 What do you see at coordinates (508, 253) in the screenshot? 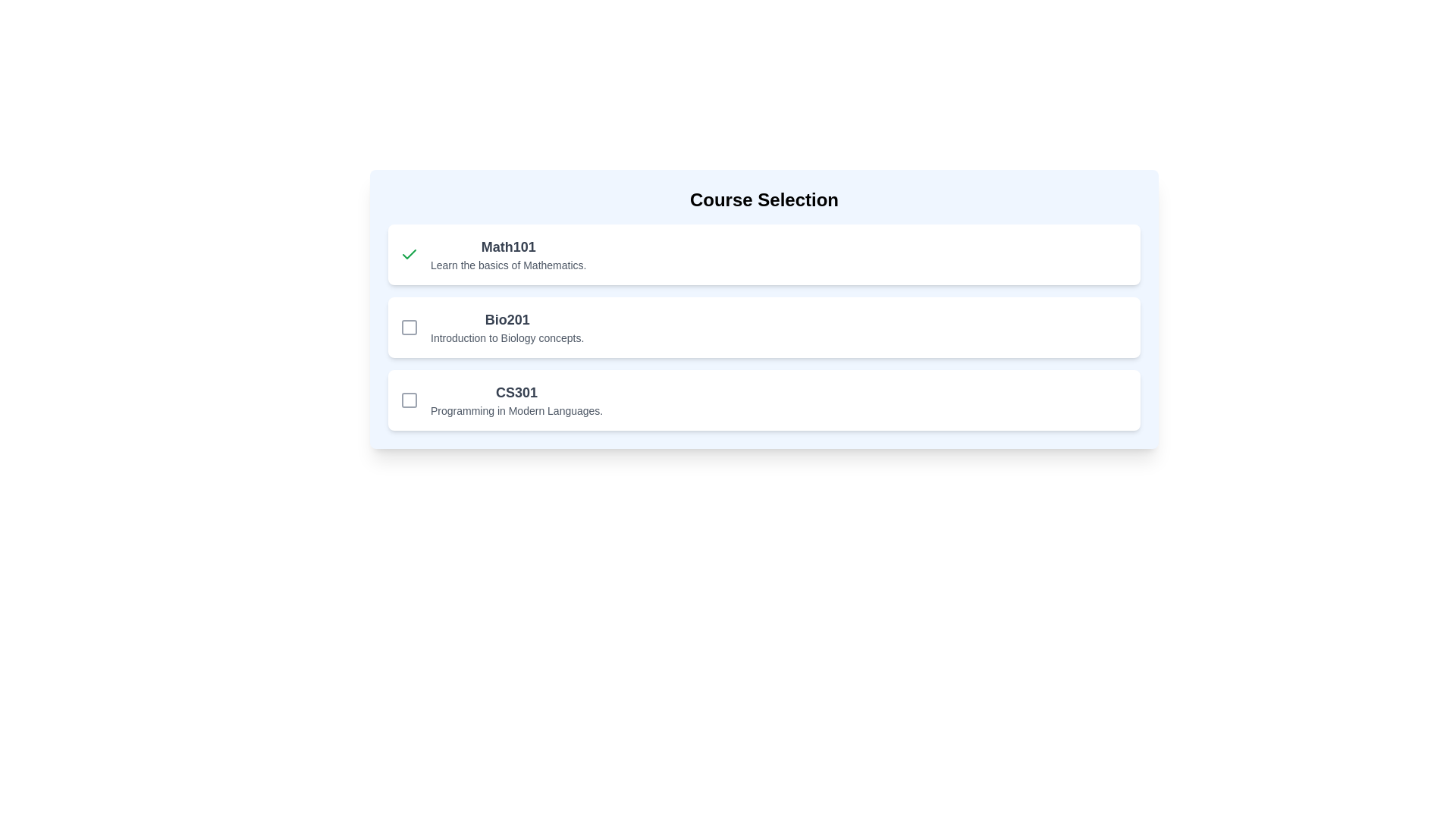
I see `text content displayed in the 'Math101' course card, which includes the bold title 'Math101' and the description 'Learn the basics of Mathematics.'` at bounding box center [508, 253].